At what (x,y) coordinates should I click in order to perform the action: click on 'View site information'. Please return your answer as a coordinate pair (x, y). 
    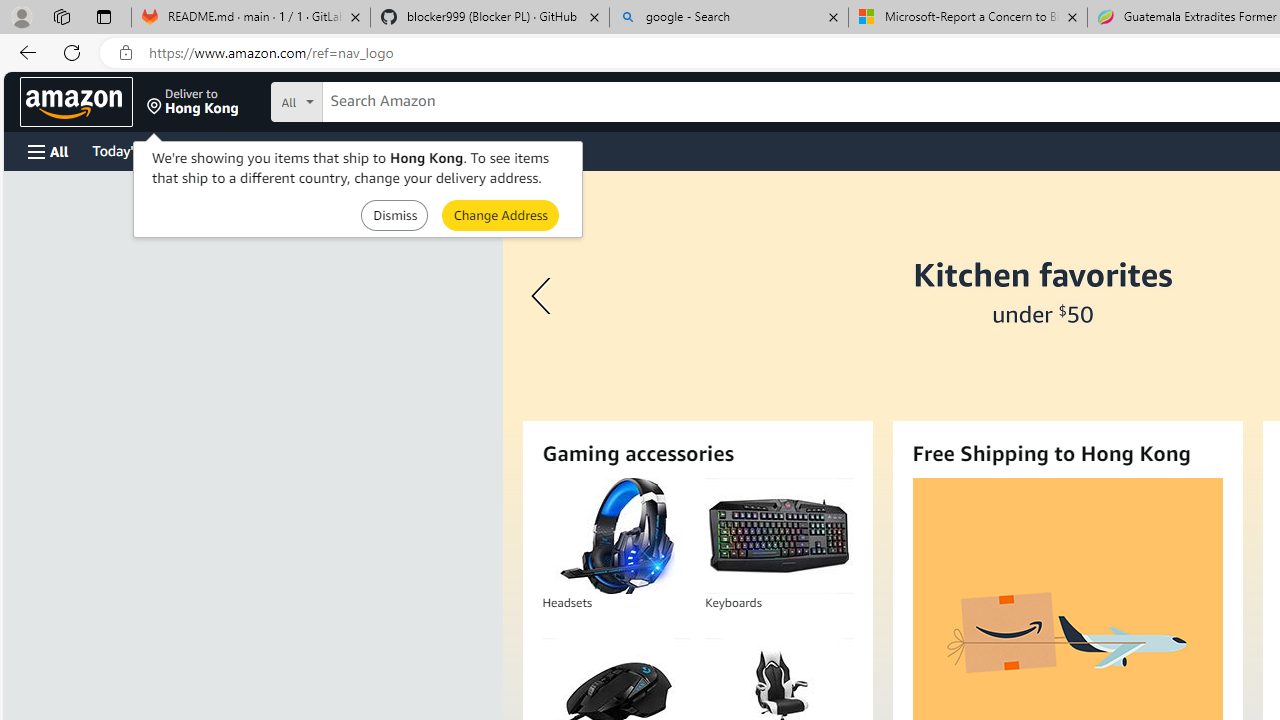
    Looking at the image, I should click on (125, 52).